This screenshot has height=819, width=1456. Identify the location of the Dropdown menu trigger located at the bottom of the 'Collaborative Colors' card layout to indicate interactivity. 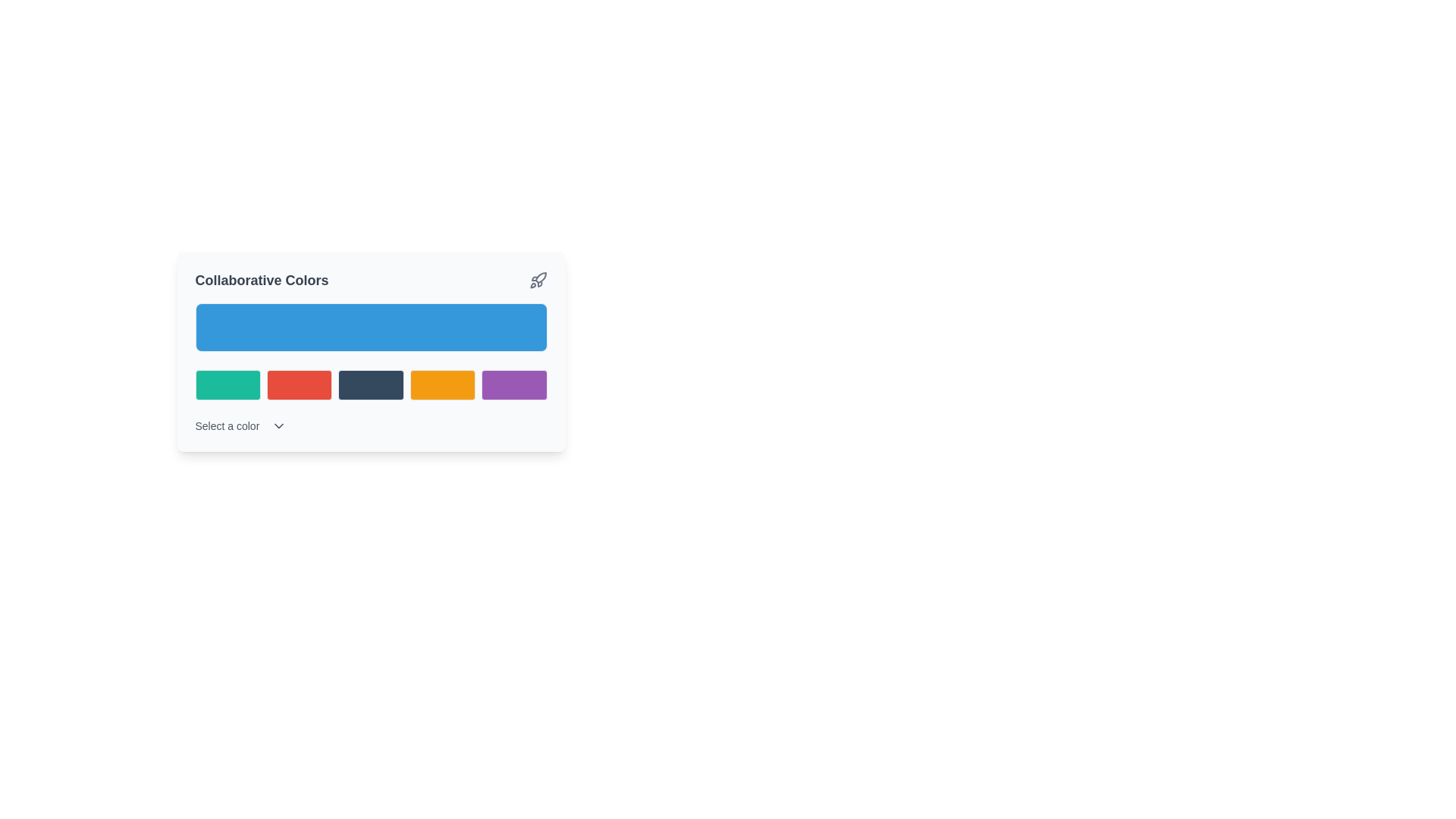
(371, 426).